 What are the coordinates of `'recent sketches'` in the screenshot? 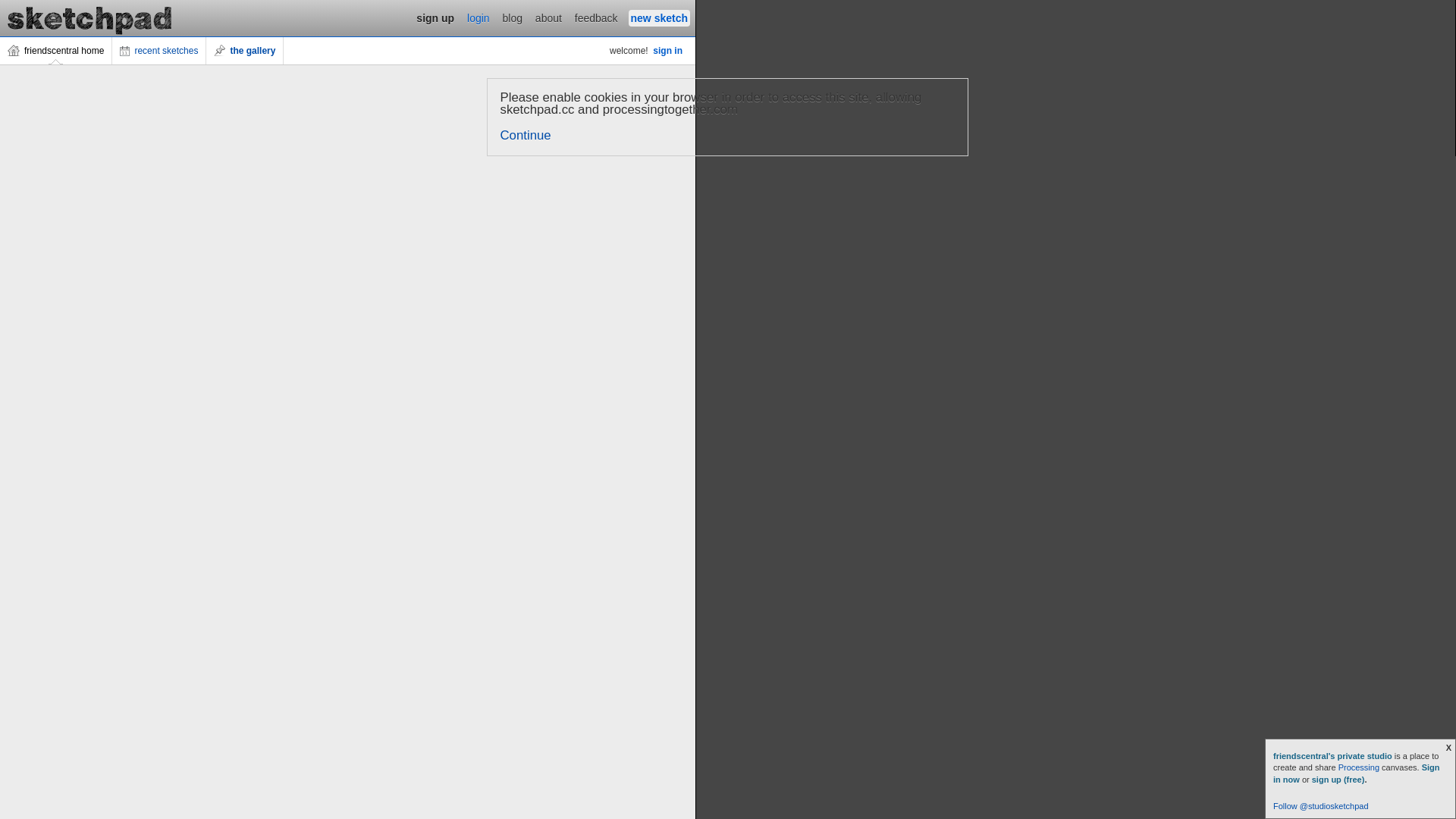 It's located at (111, 49).